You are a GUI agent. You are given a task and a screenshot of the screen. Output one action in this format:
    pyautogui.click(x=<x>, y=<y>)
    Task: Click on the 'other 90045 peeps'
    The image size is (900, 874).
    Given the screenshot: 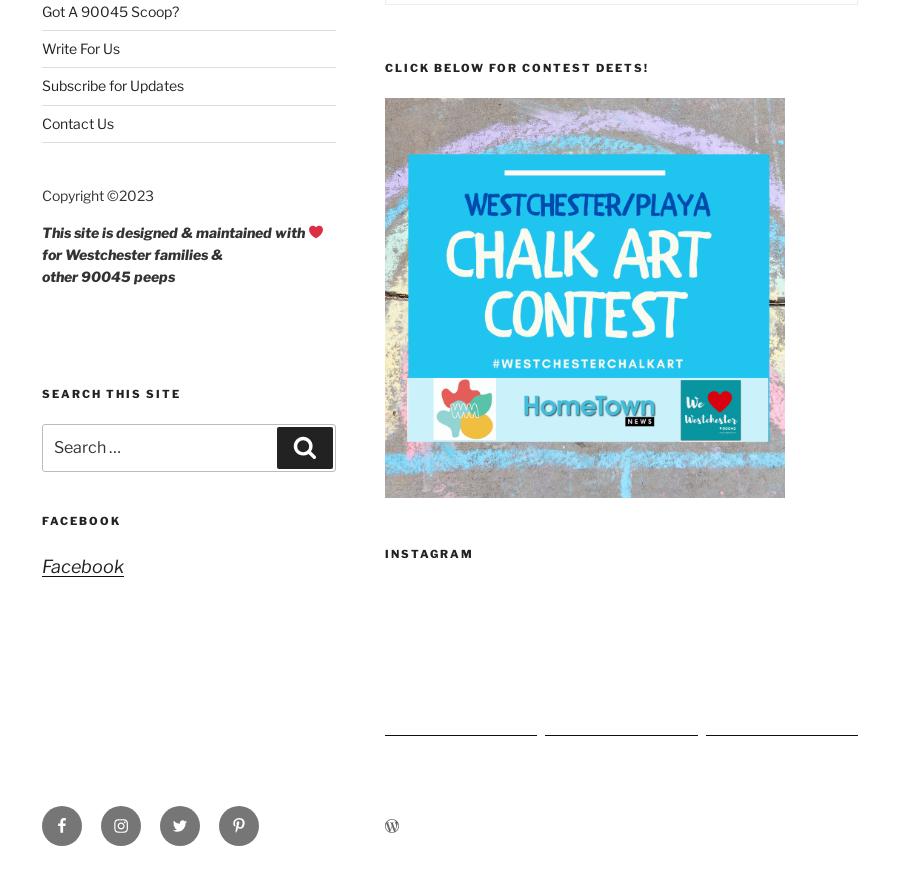 What is the action you would take?
    pyautogui.click(x=107, y=276)
    